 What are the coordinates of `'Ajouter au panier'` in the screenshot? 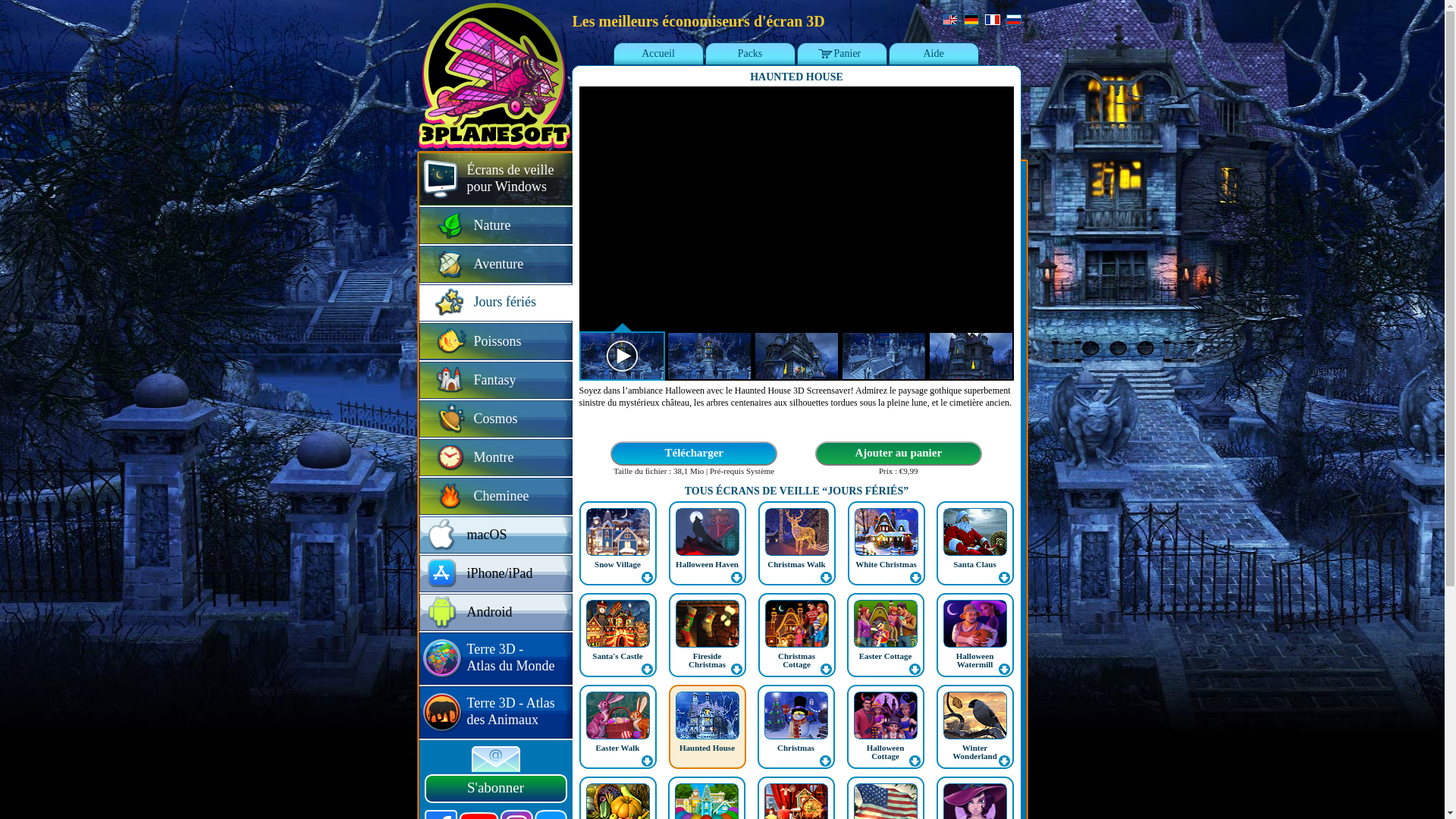 It's located at (813, 453).